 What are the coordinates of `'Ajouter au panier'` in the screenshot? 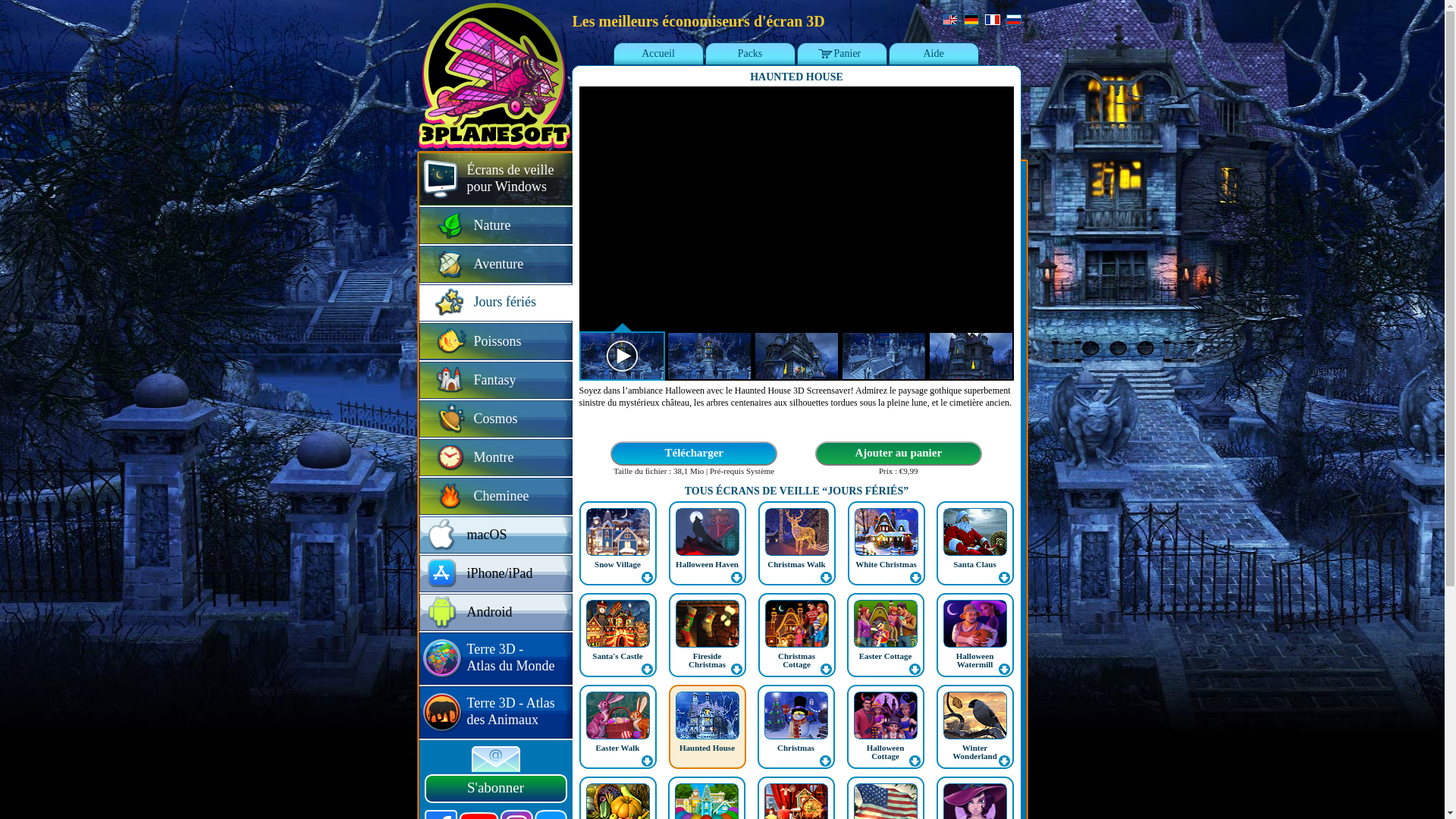 It's located at (813, 453).